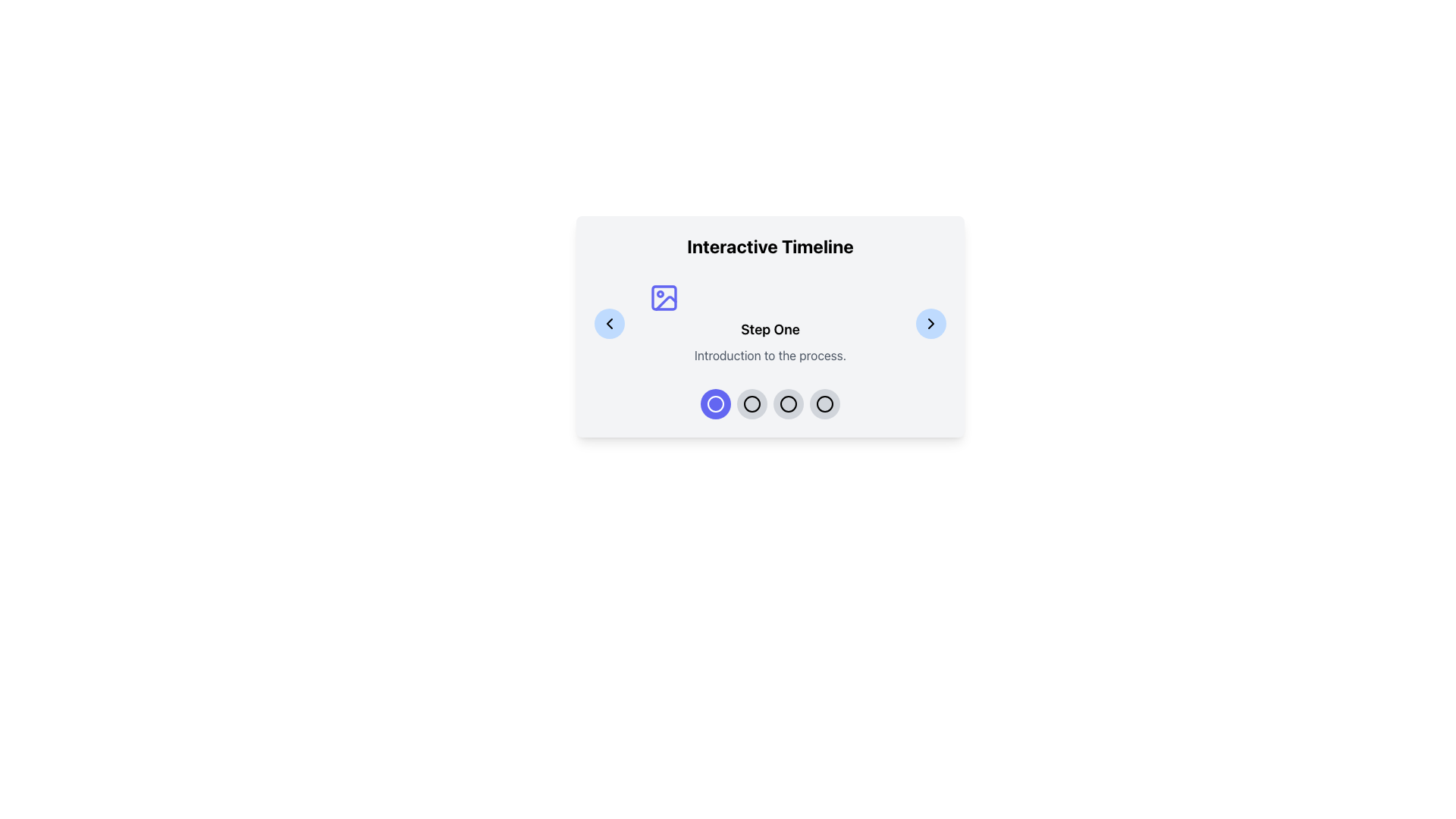  I want to click on the last circular selectable indicator button located at the bottom center of the interface, which is part of a sequence of four buttons, so click(824, 403).